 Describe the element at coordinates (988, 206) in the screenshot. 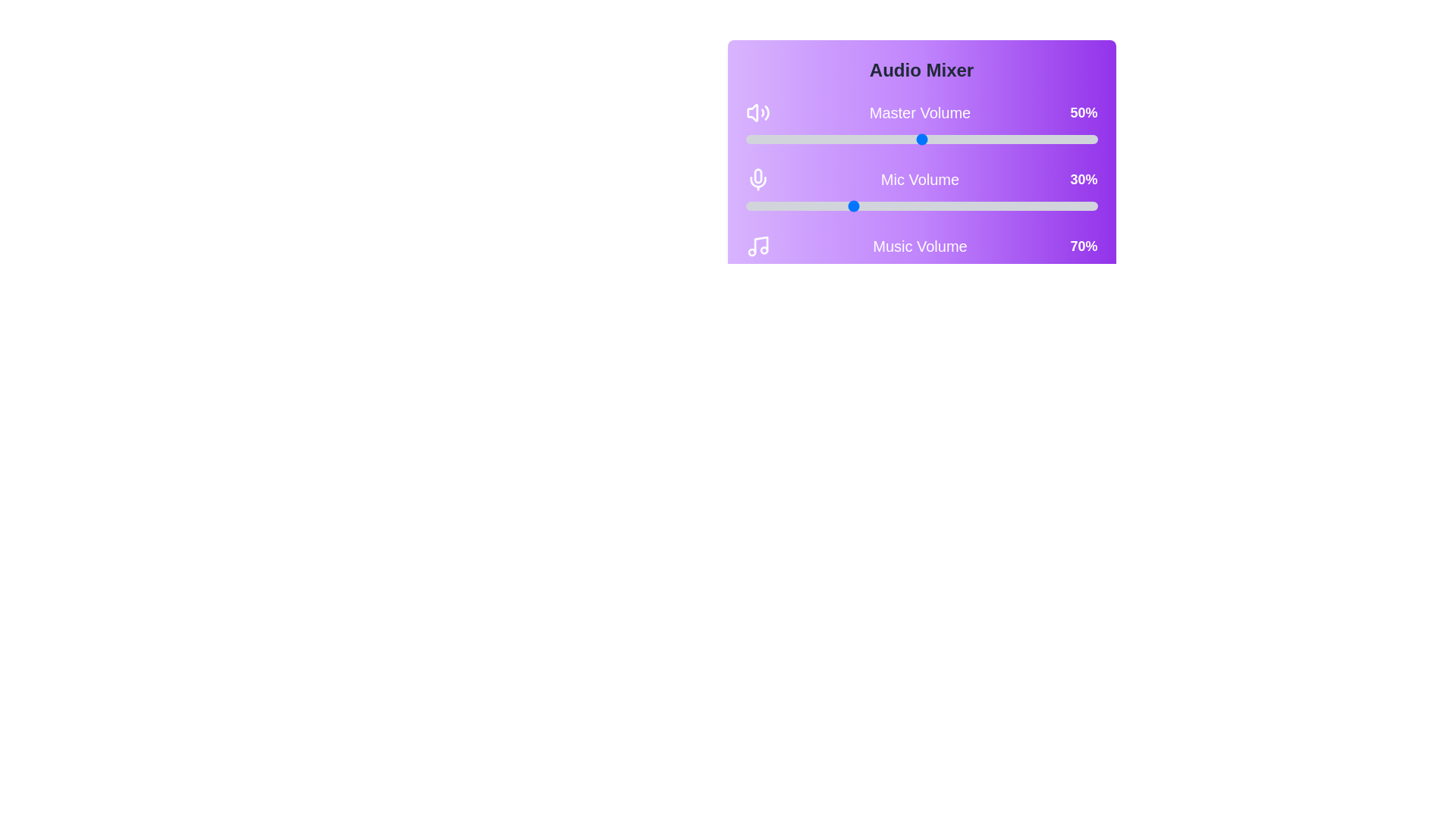

I see `the microphone volume` at that location.